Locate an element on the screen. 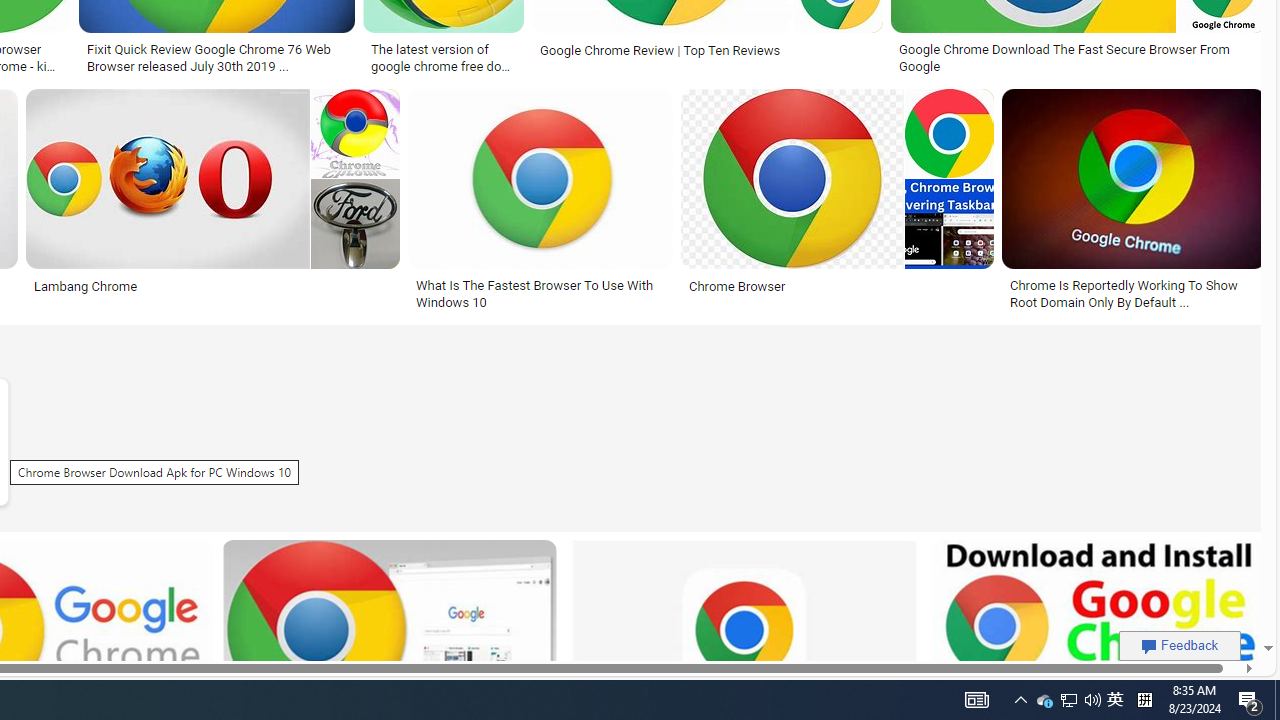 The image size is (1280, 720). 'Lambang ChromeSave' is located at coordinates (216, 203).